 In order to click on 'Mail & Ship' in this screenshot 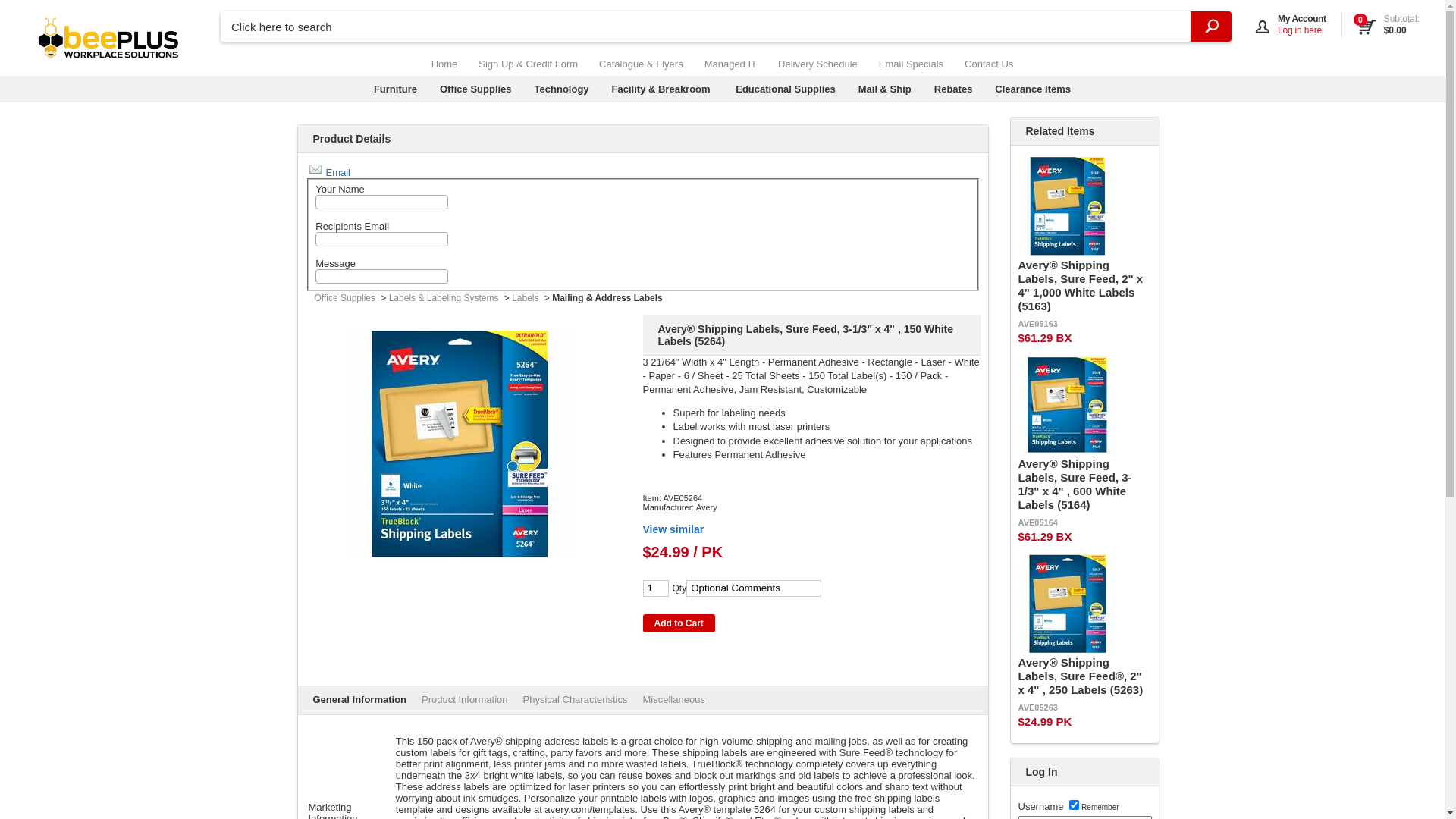, I will do `click(884, 89)`.